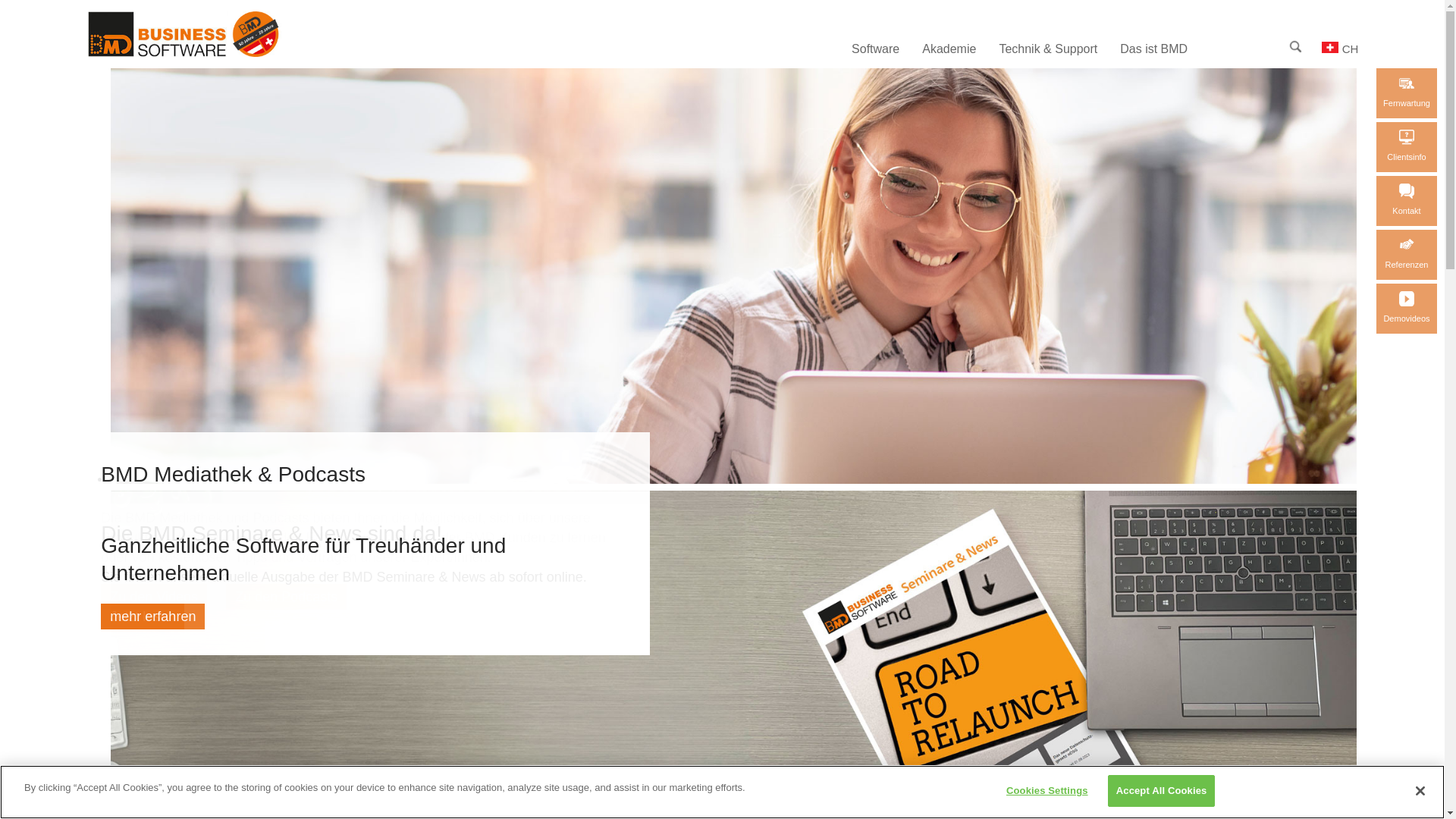  What do you see at coordinates (209, 52) in the screenshot?
I see `'BMD Schweiz AG'` at bounding box center [209, 52].